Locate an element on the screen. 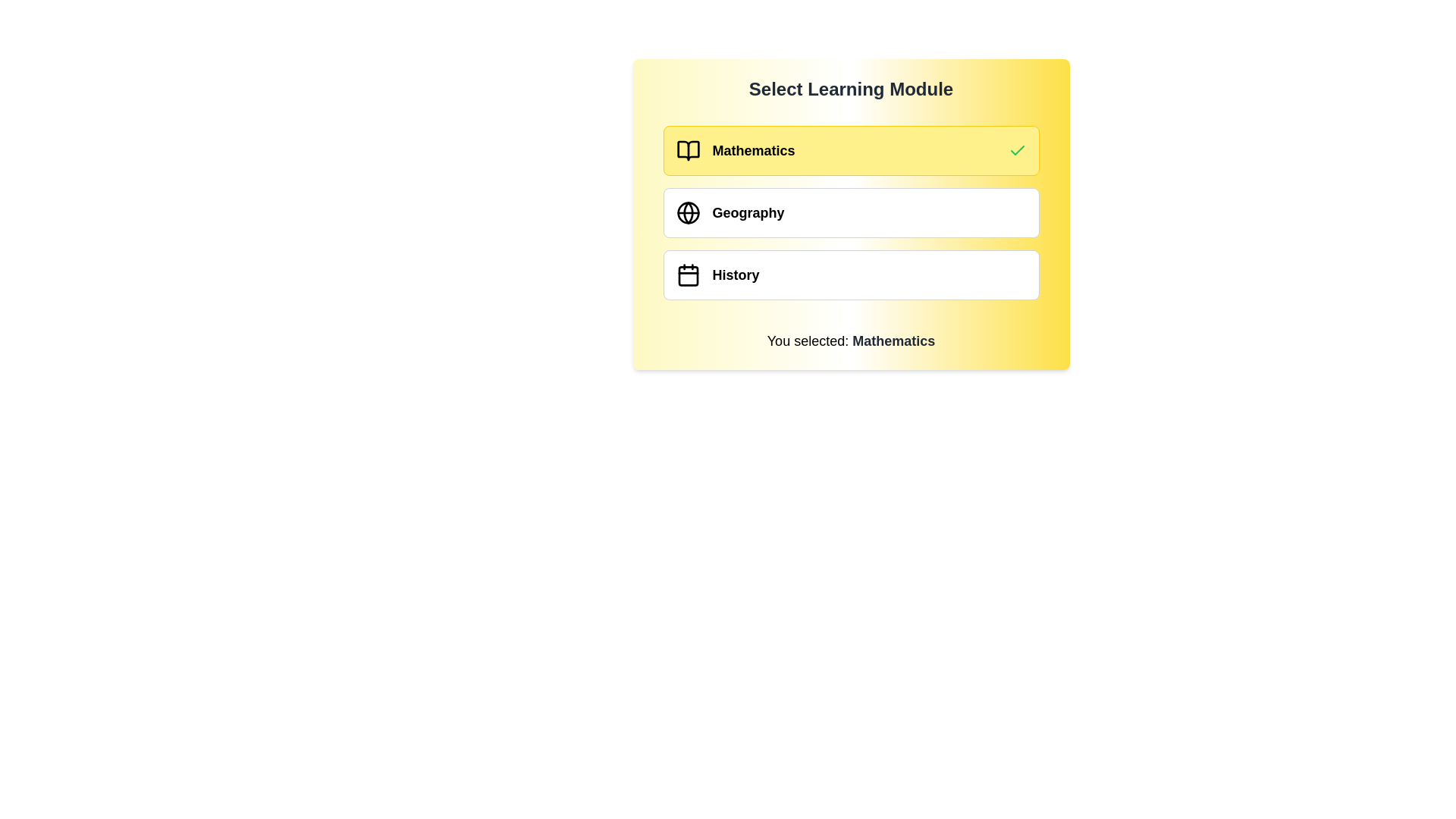 The width and height of the screenshot is (1456, 819). the globe icon representing the 'Geography' module, located to the left of the text 'Geography' in the second option box of the module list is located at coordinates (687, 213).